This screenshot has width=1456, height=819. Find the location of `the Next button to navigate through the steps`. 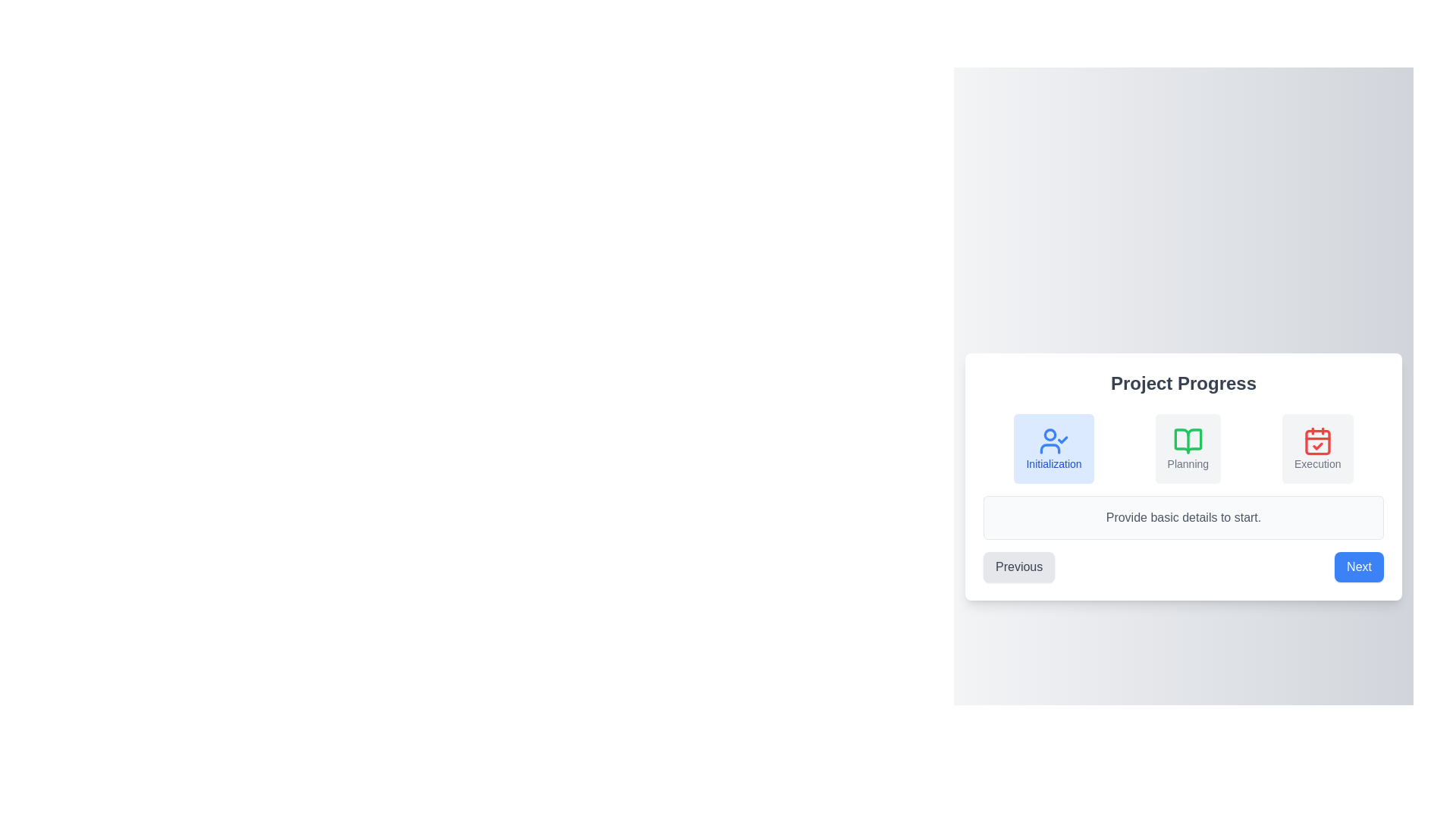

the Next button to navigate through the steps is located at coordinates (1359, 567).